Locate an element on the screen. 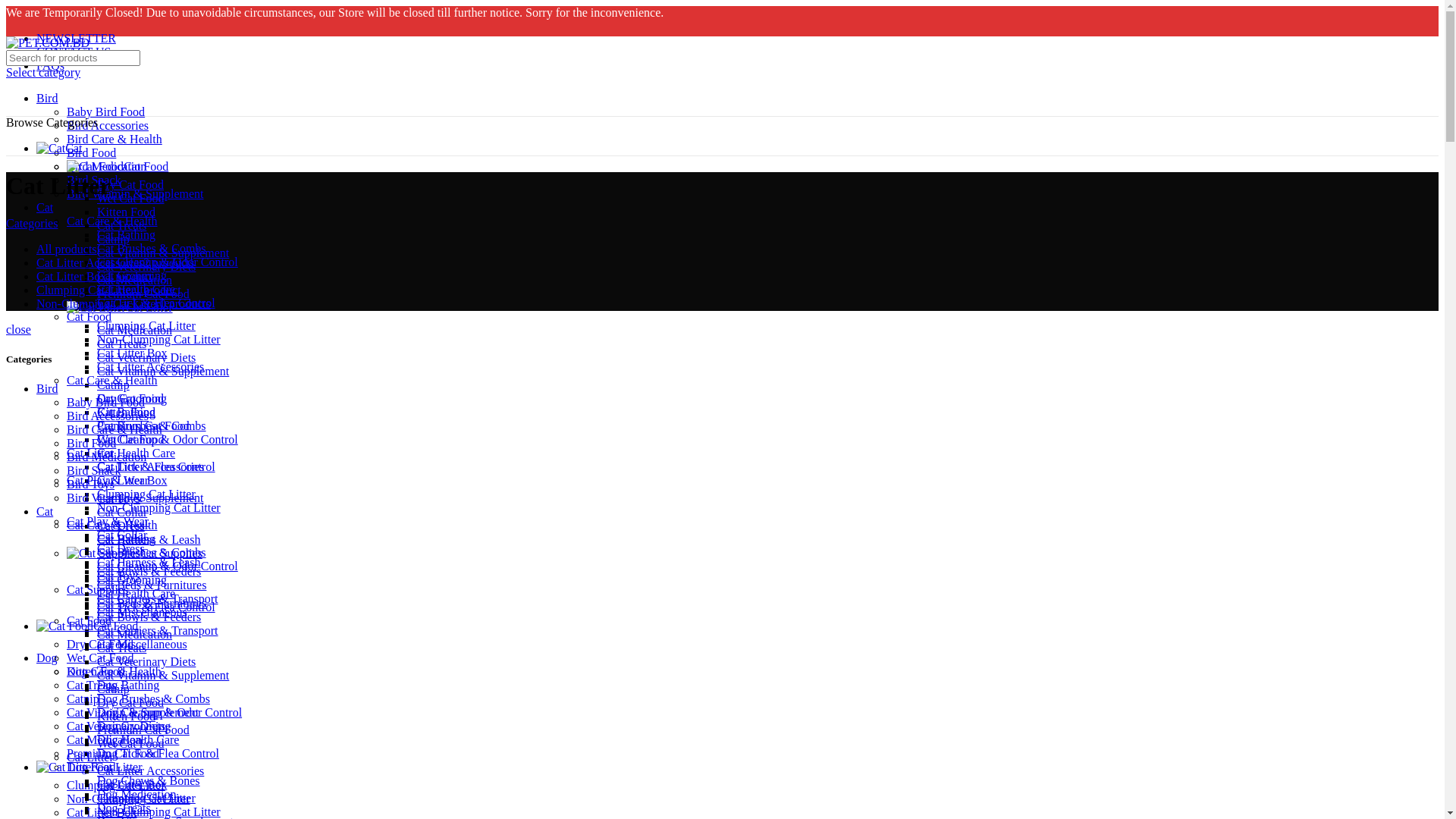 This screenshot has width=1456, height=819. 'Cat Harness & Leash' is located at coordinates (149, 562).